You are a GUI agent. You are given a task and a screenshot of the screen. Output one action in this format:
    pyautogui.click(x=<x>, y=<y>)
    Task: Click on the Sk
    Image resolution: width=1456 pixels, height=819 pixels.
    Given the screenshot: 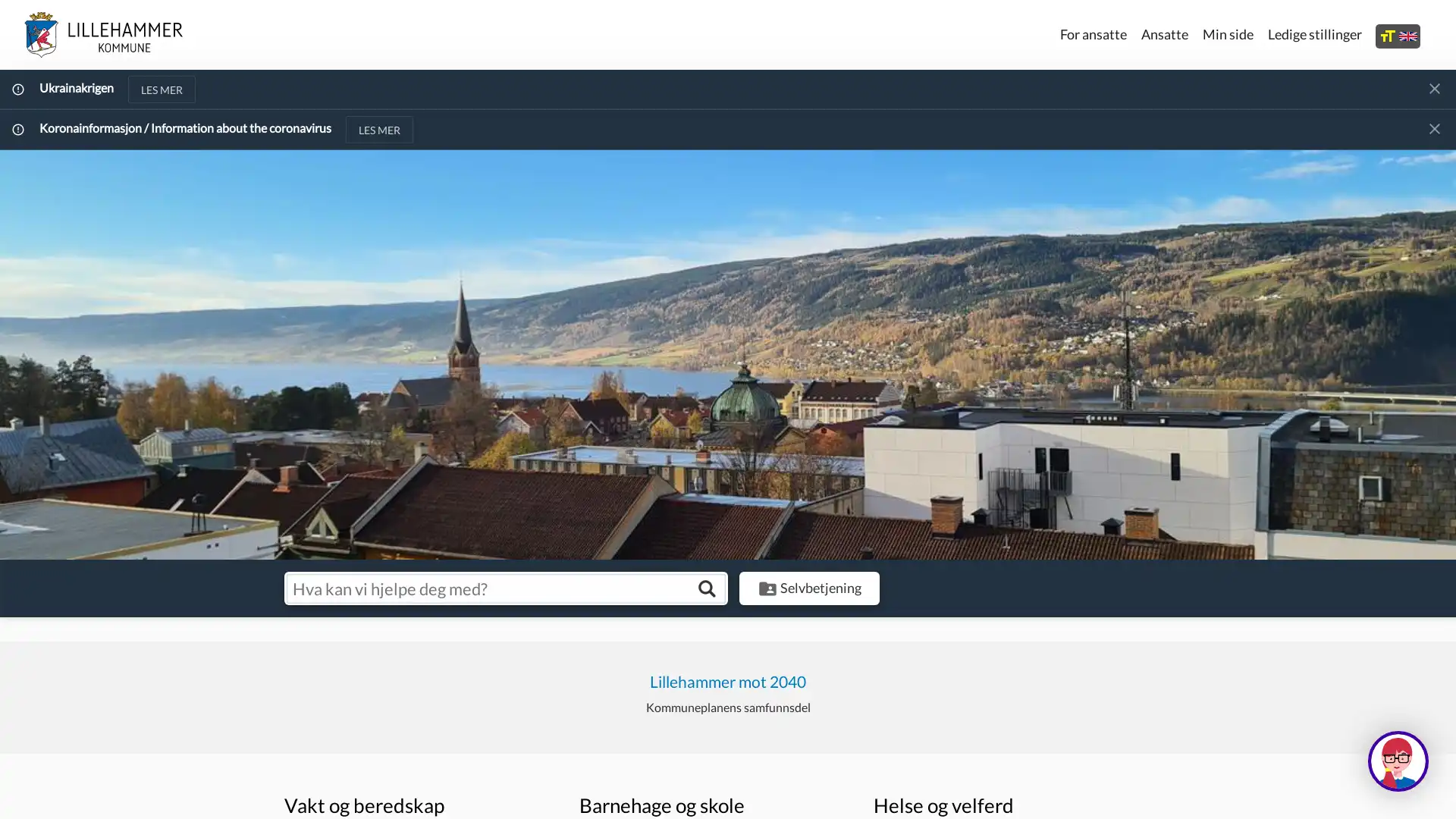 What is the action you would take?
    pyautogui.click(x=705, y=587)
    